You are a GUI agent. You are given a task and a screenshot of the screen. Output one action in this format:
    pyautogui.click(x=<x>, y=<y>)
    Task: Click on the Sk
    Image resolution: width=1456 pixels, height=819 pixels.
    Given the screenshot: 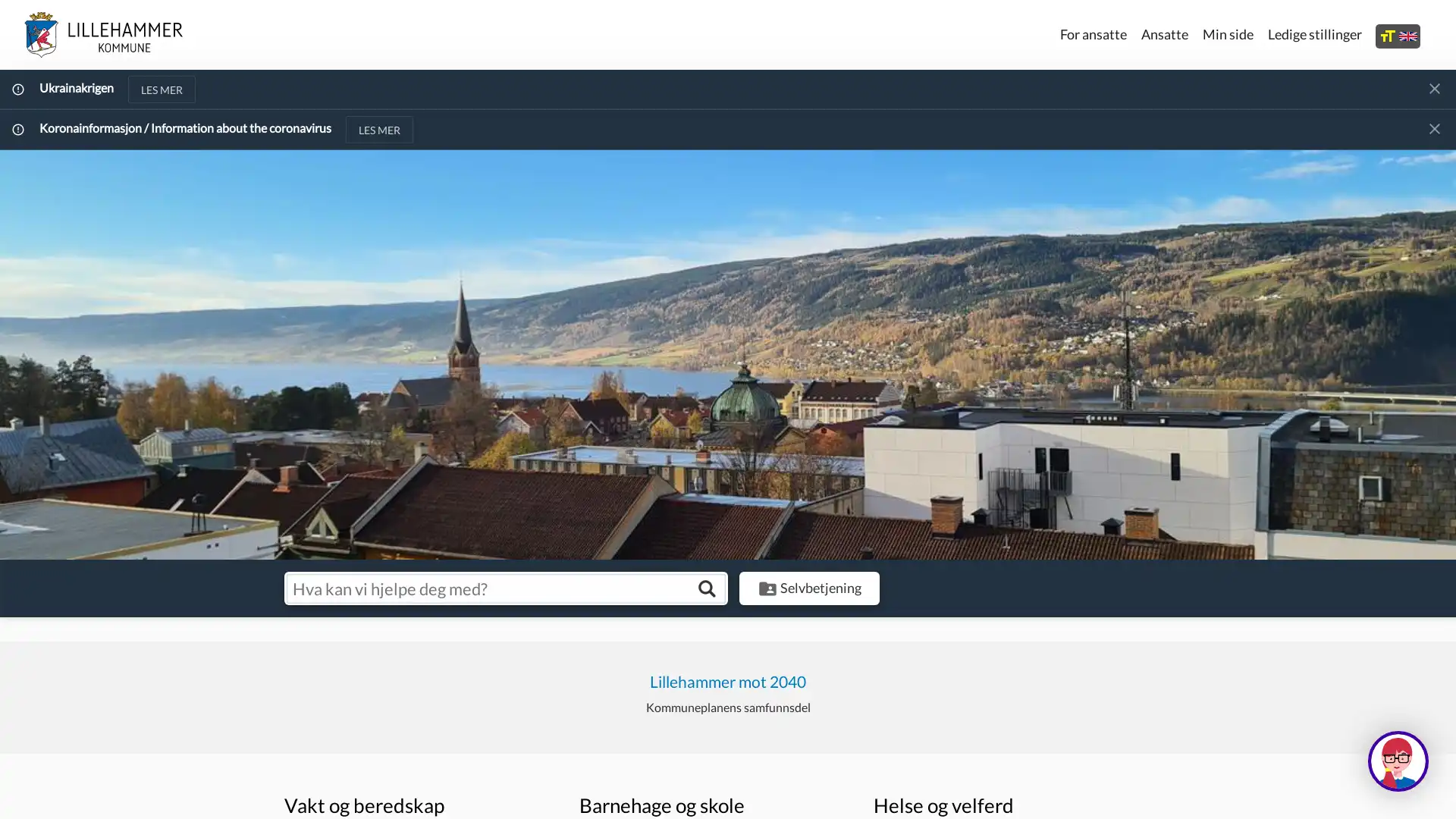 What is the action you would take?
    pyautogui.click(x=705, y=587)
    